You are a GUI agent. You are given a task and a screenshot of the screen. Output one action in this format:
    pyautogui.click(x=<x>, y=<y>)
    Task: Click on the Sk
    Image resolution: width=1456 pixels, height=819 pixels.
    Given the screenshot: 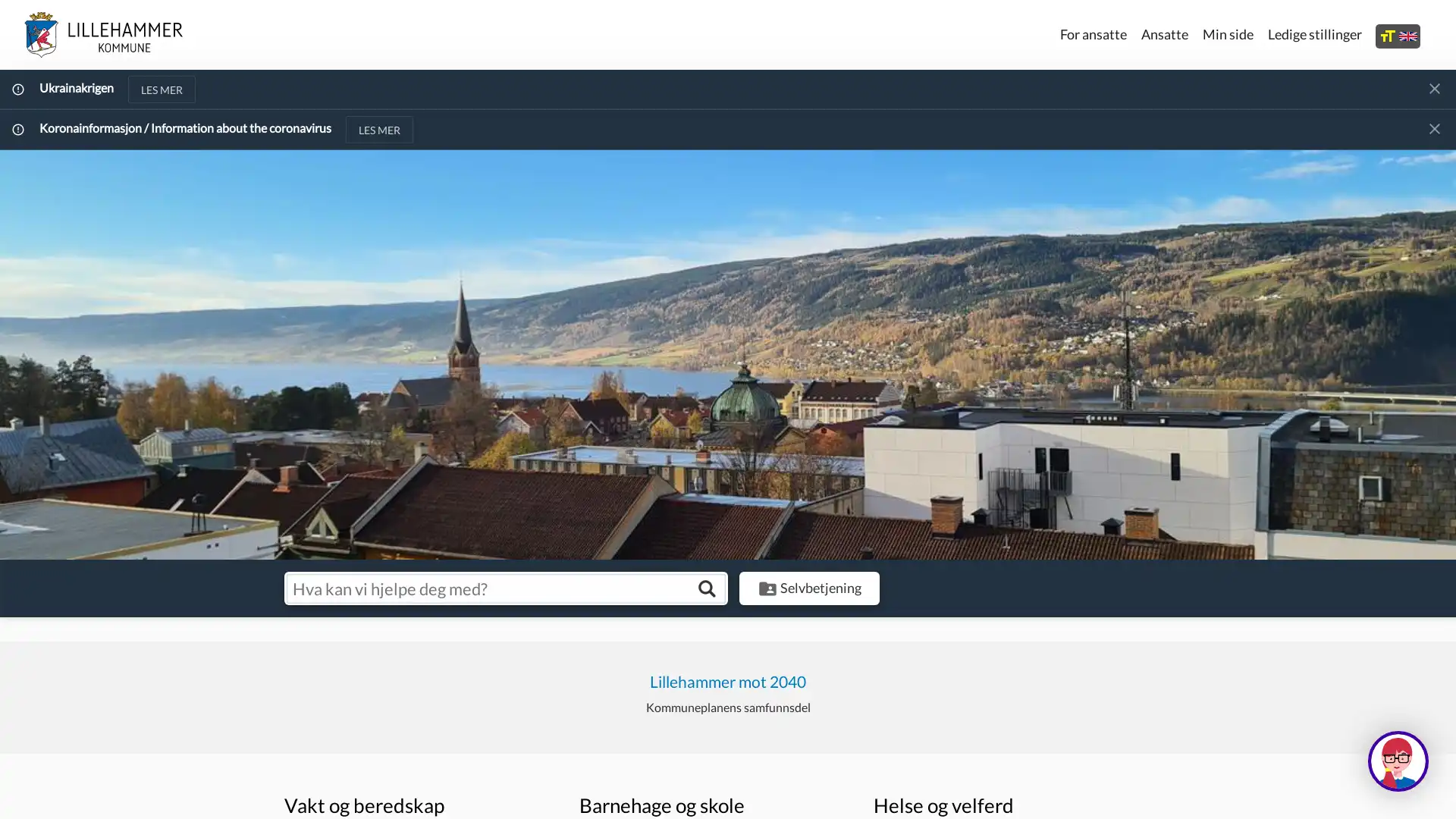 What is the action you would take?
    pyautogui.click(x=705, y=587)
    